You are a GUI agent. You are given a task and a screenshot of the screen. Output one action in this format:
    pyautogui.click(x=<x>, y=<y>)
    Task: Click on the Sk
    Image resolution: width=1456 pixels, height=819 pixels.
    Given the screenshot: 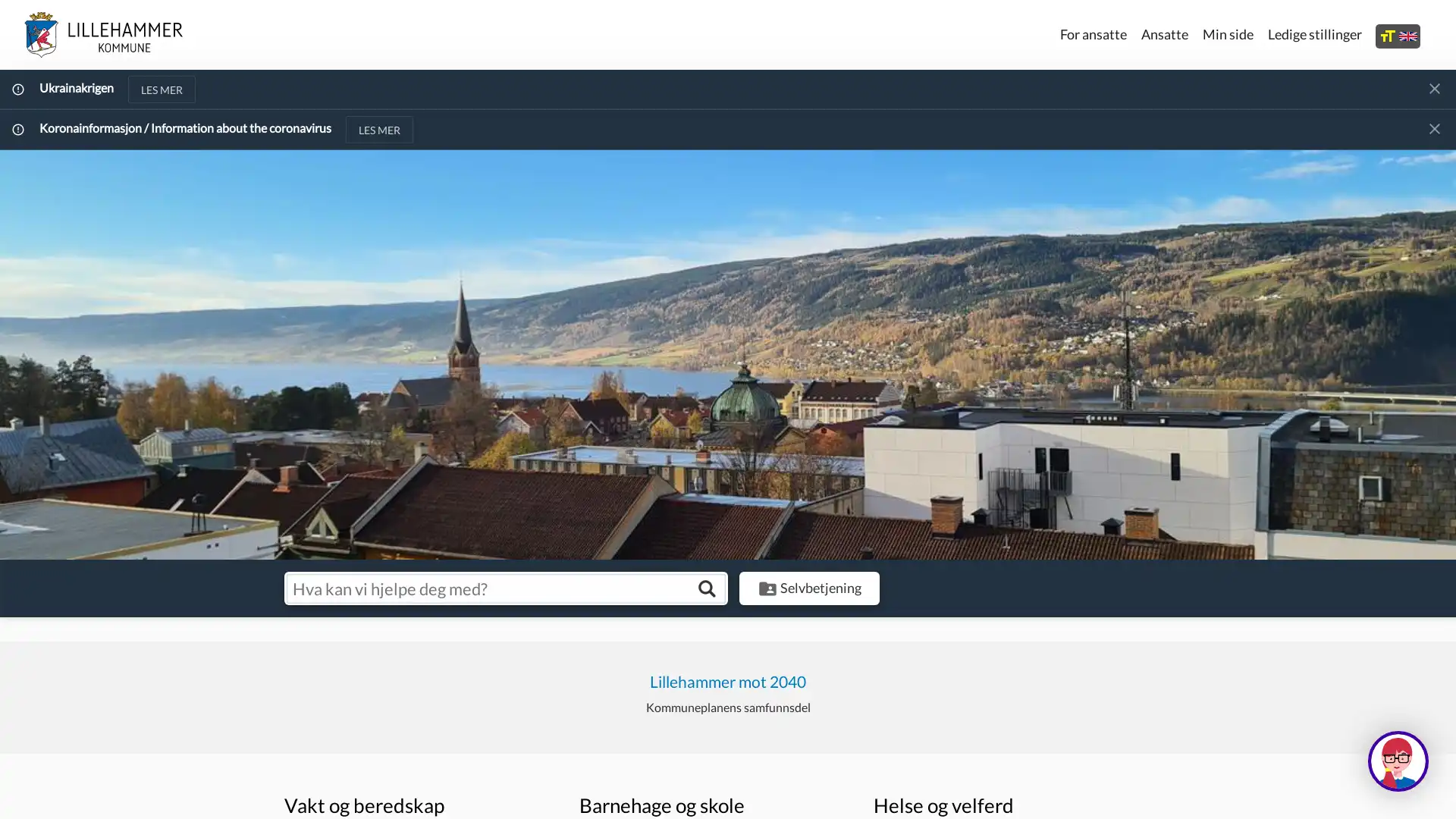 What is the action you would take?
    pyautogui.click(x=705, y=587)
    